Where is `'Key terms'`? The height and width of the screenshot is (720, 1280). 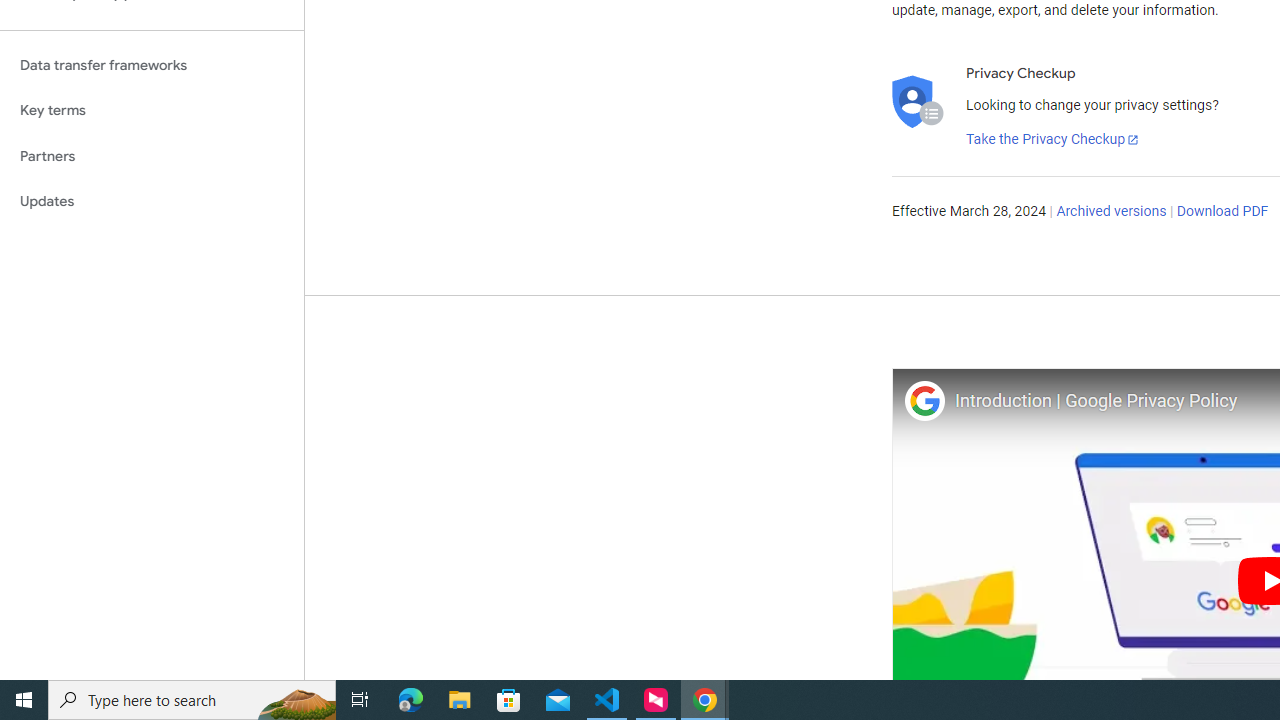
'Key terms' is located at coordinates (151, 110).